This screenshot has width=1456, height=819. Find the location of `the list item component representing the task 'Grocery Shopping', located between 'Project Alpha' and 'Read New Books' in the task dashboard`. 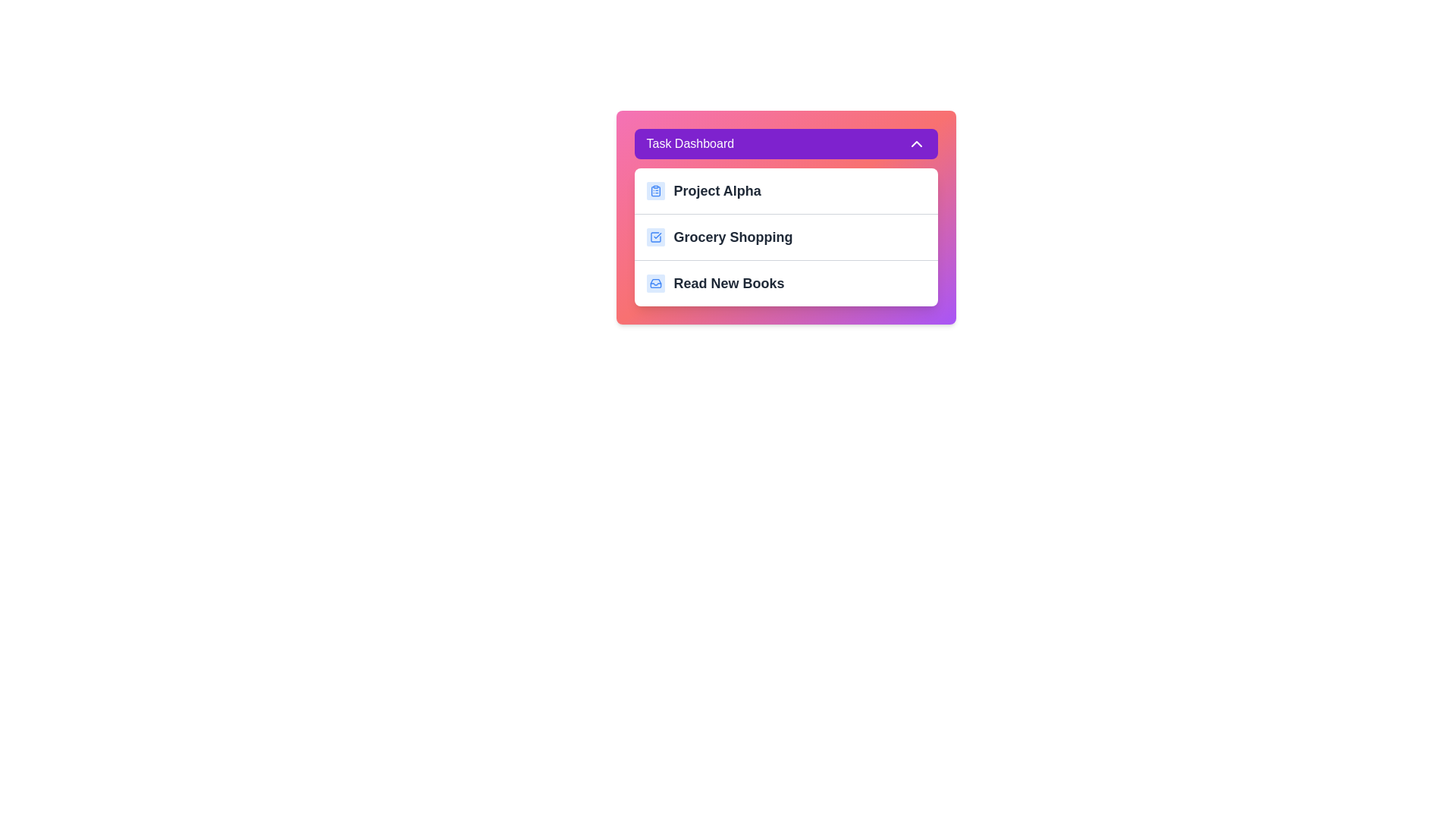

the list item component representing the task 'Grocery Shopping', located between 'Project Alpha' and 'Read New Books' in the task dashboard is located at coordinates (786, 237).